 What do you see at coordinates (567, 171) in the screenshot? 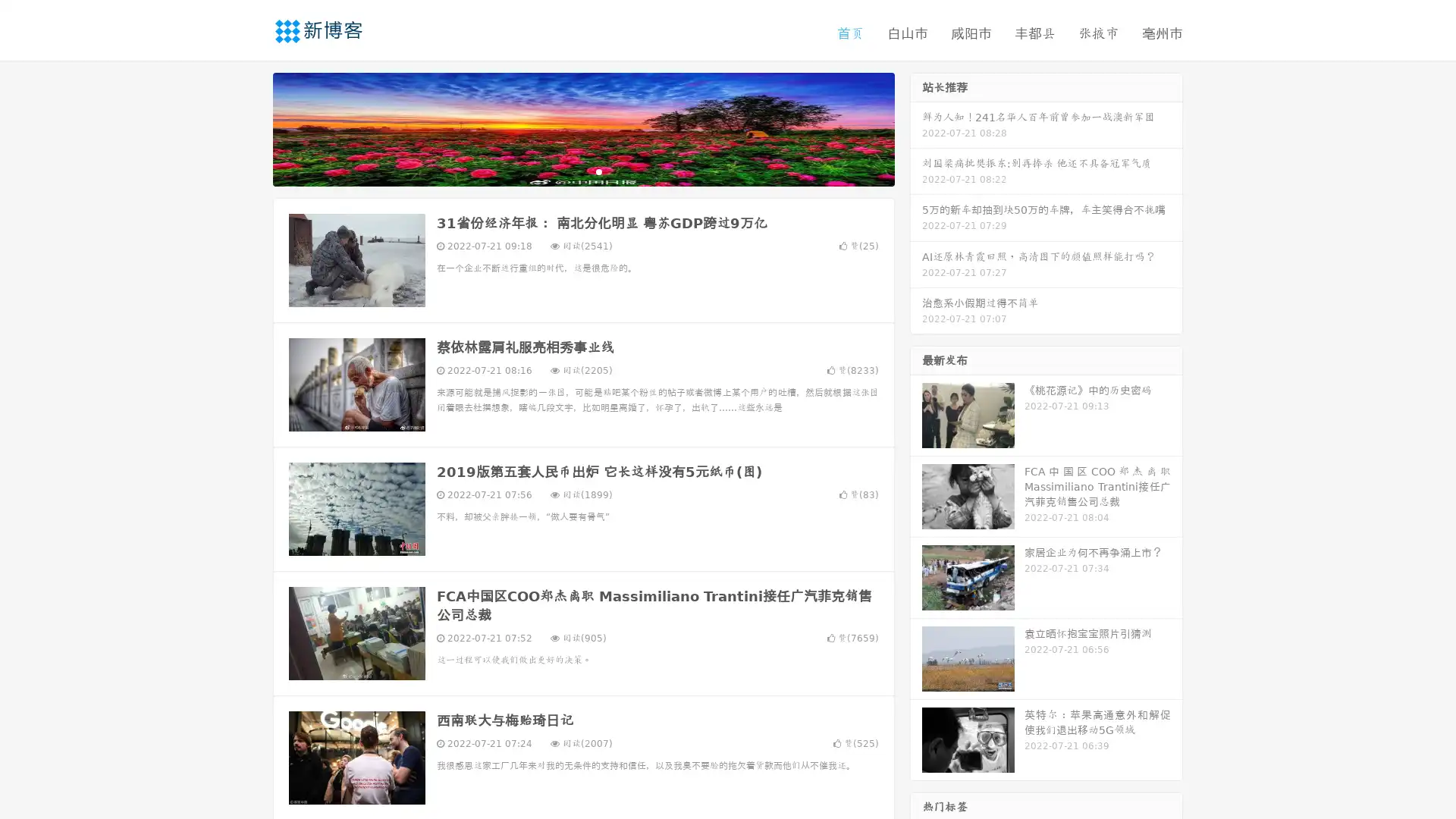
I see `Go to slide 1` at bounding box center [567, 171].